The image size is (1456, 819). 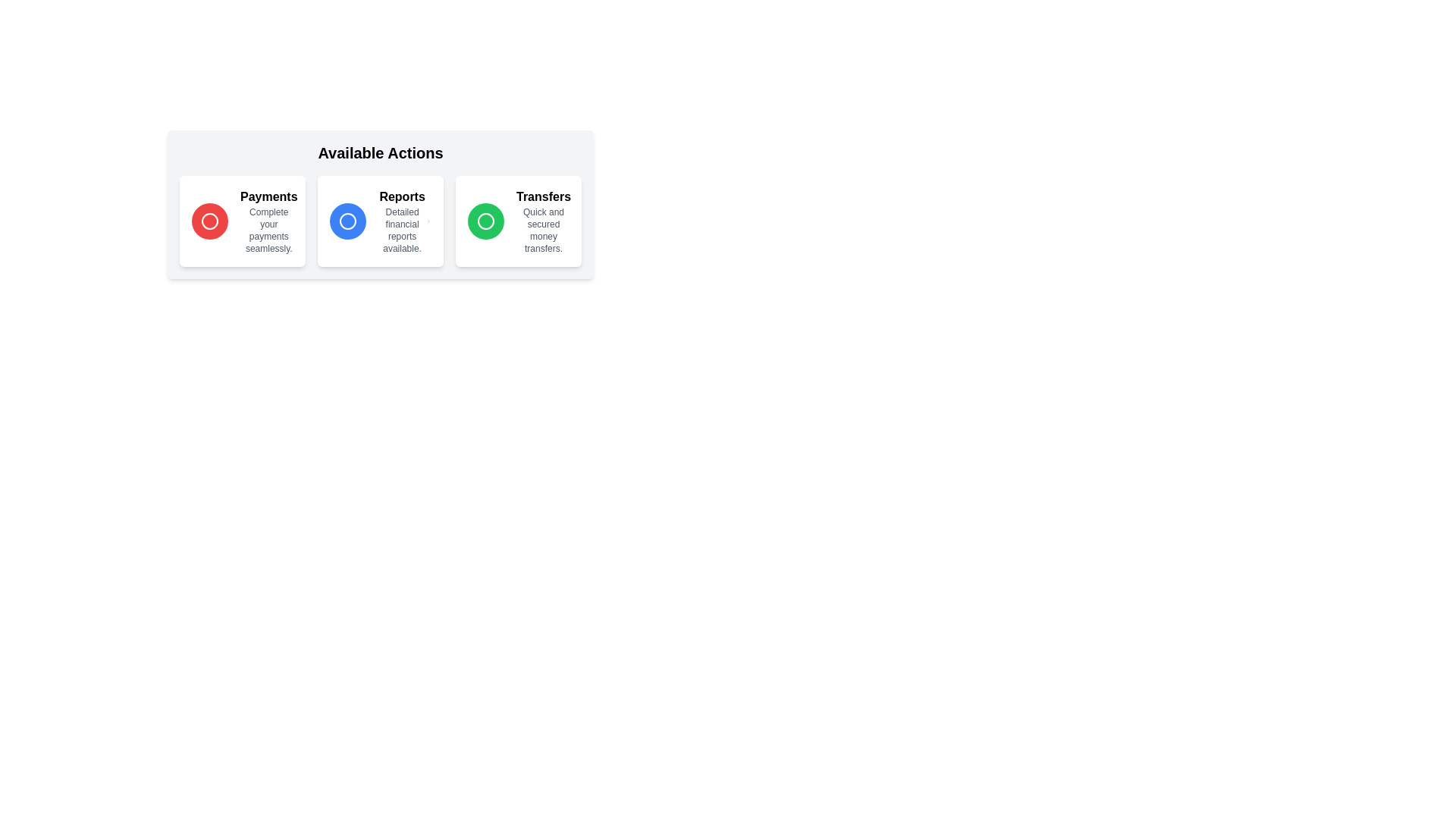 I want to click on the green circular button with a white border and a circular icon in its center, which represents the 'Transfers' box located in the third box from the left in a horizontal list, so click(x=486, y=221).